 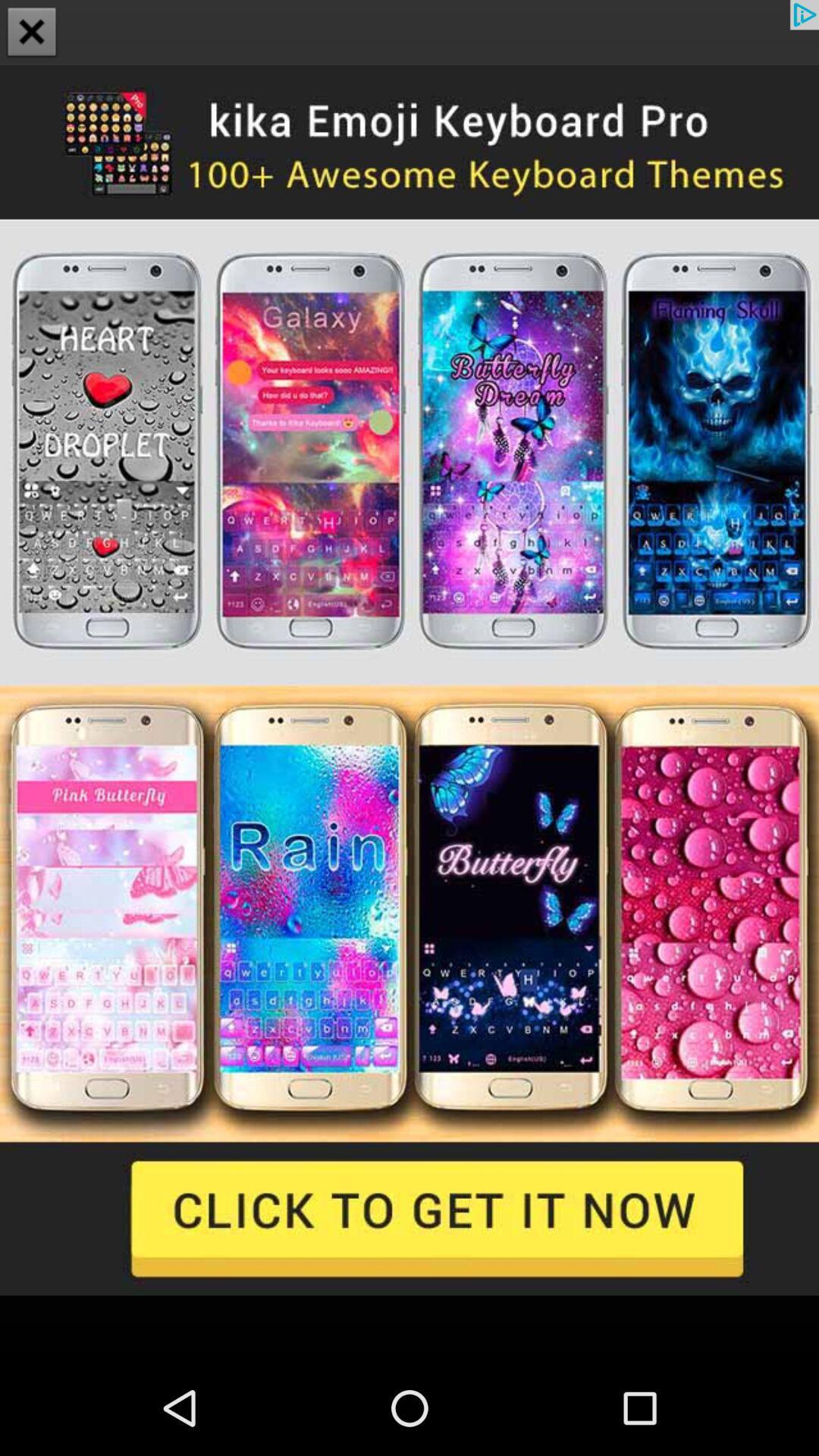 What do you see at coordinates (32, 33) in the screenshot?
I see `the close icon` at bounding box center [32, 33].